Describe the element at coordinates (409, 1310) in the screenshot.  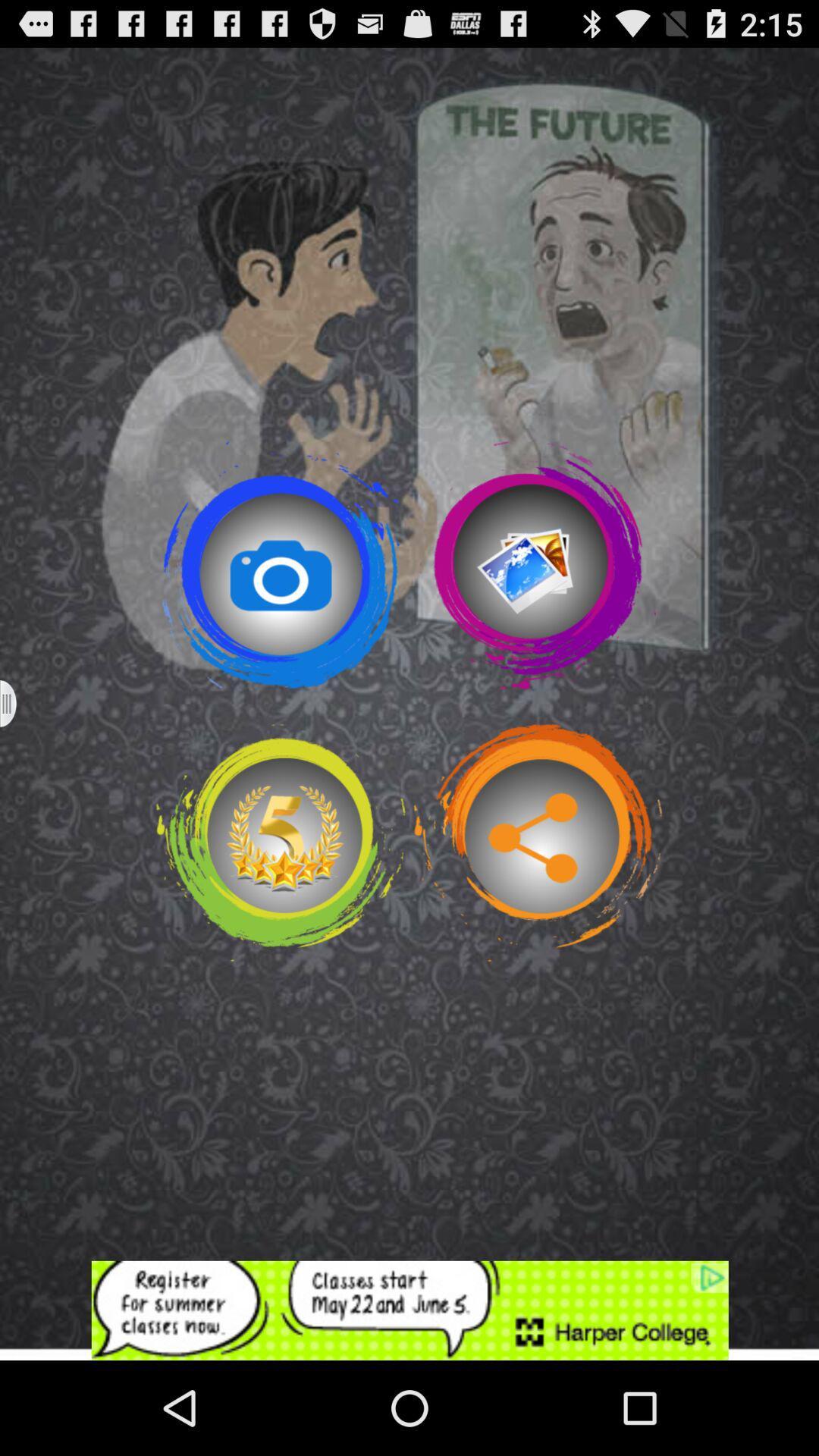
I see `see advertisement` at that location.